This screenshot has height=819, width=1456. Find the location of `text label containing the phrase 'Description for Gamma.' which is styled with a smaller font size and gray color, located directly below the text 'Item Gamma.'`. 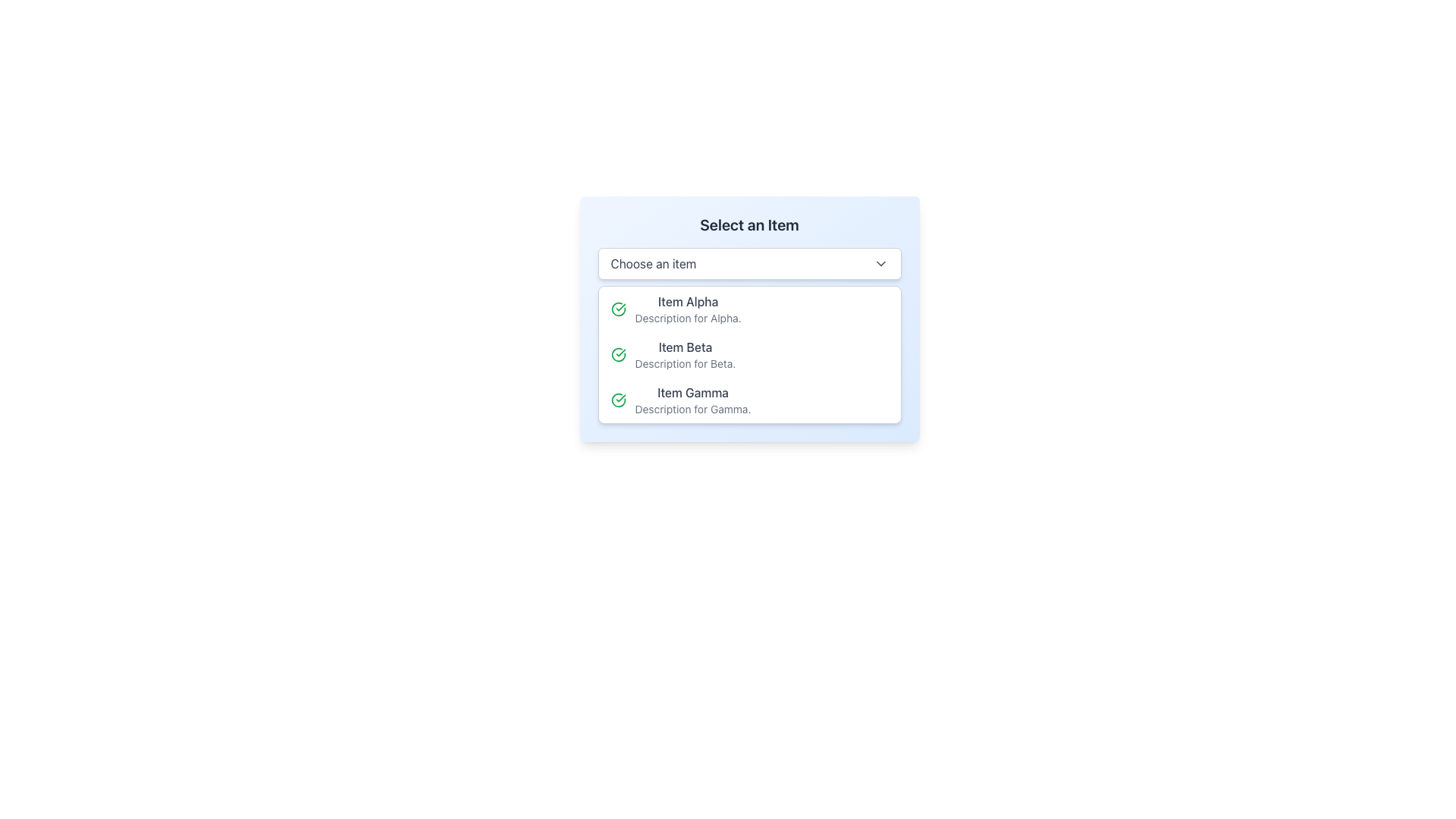

text label containing the phrase 'Description for Gamma.' which is styled with a smaller font size and gray color, located directly below the text 'Item Gamma.' is located at coordinates (692, 409).